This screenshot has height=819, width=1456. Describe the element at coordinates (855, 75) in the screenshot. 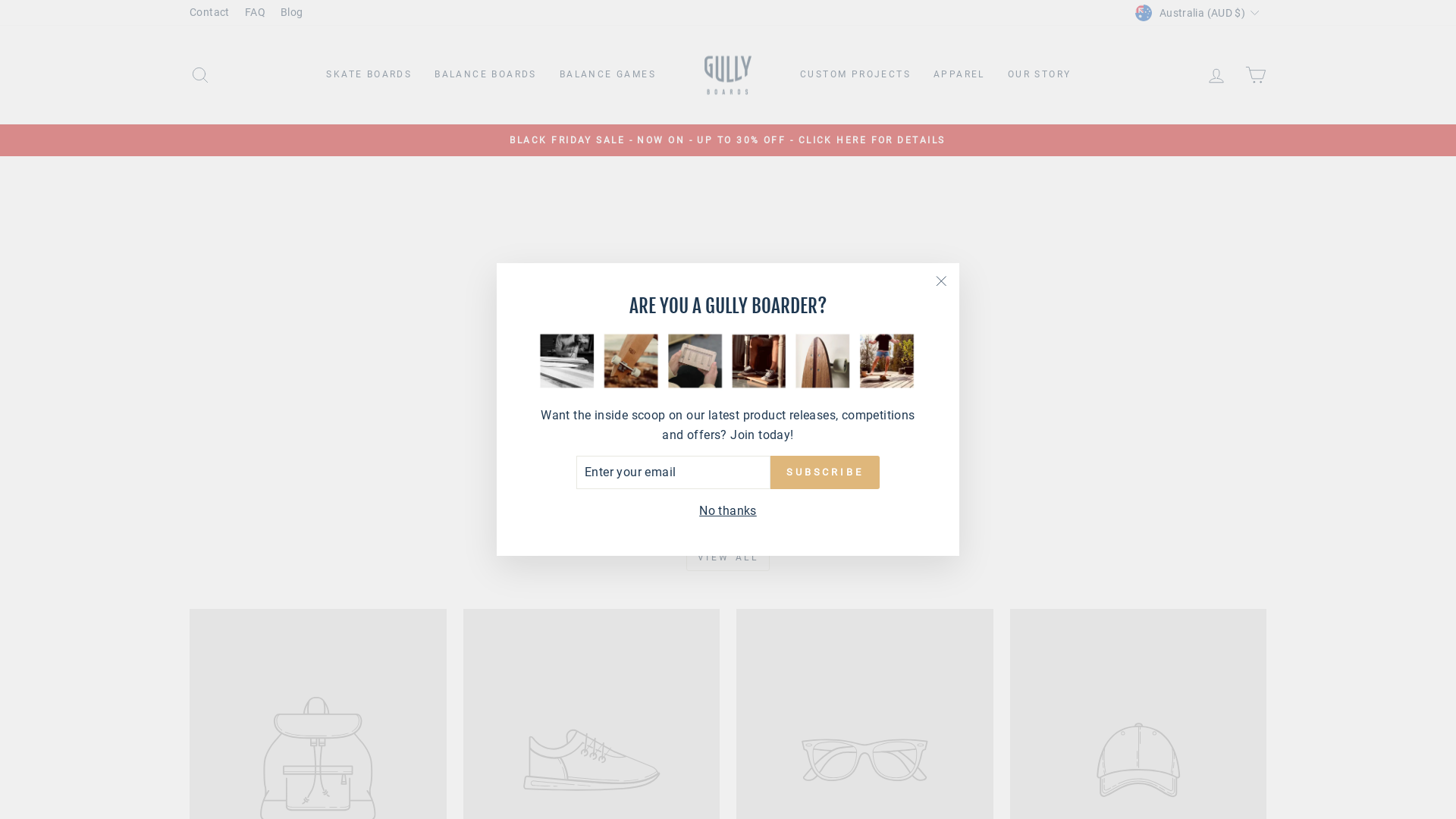

I see `'CUSTOM PROJECTS'` at that location.